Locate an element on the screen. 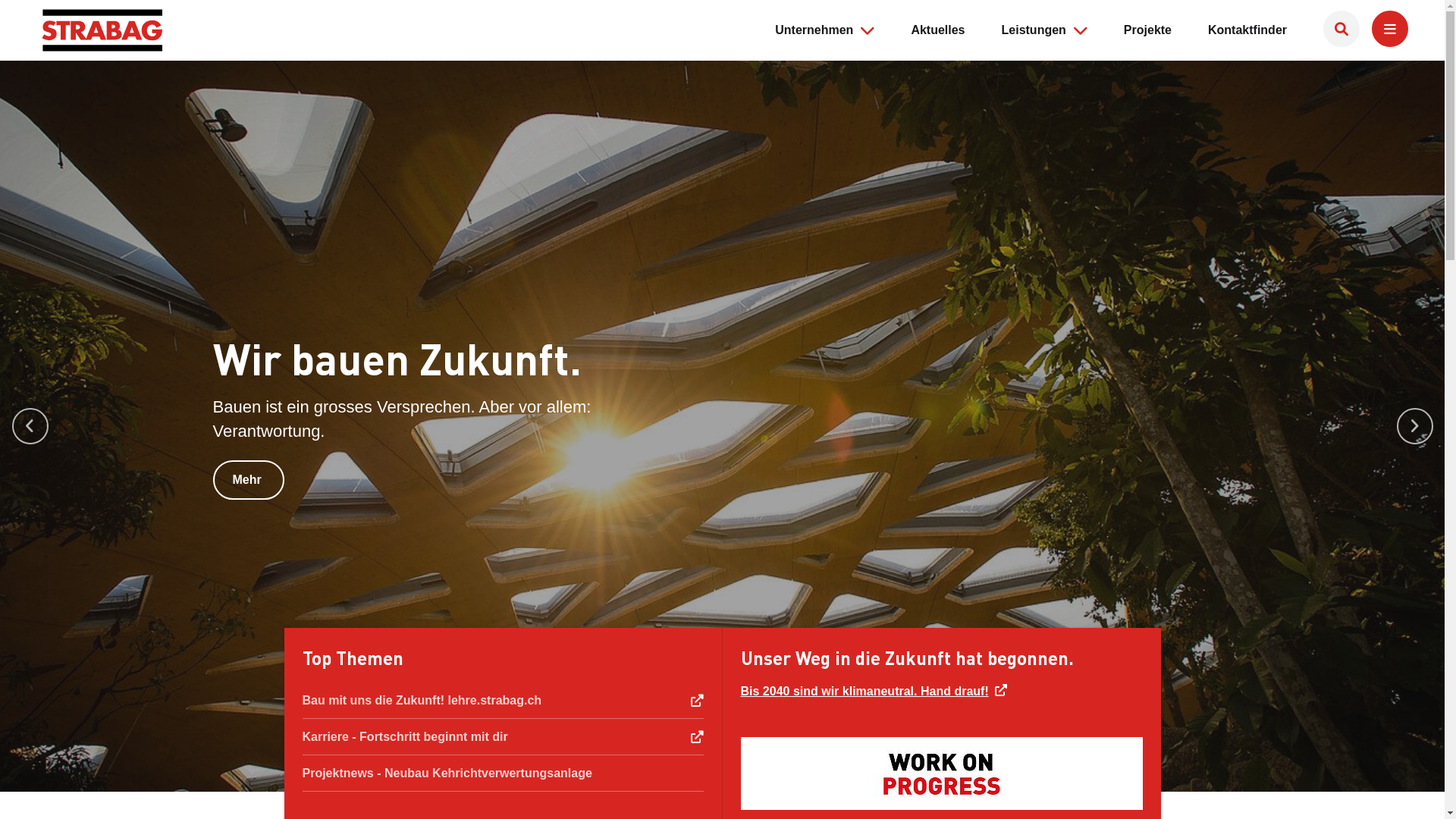 This screenshot has width=1456, height=819. 'Projekte' is located at coordinates (1147, 38).